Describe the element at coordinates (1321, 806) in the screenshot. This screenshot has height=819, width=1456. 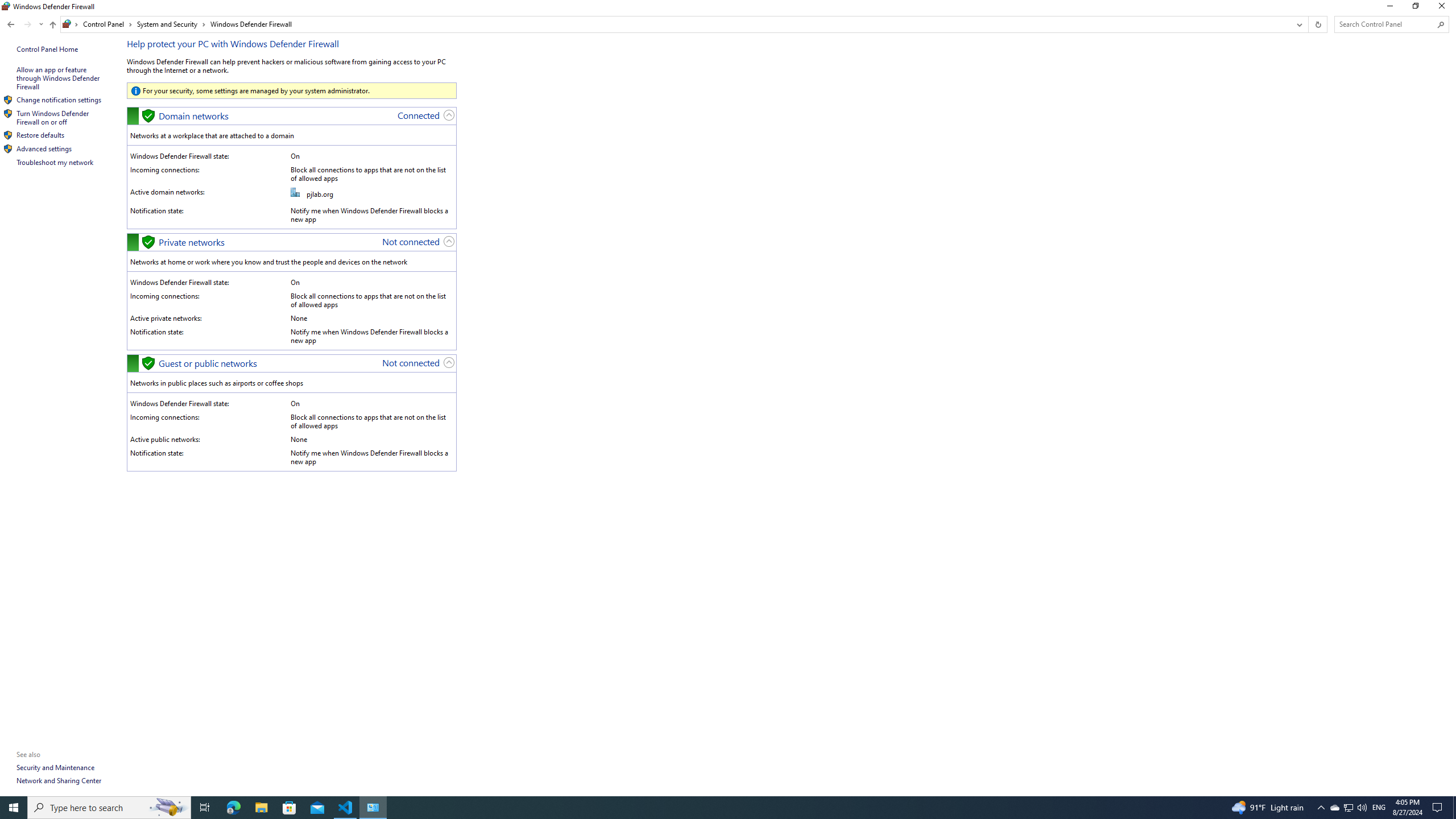
I see `'Notification Chevron'` at that location.